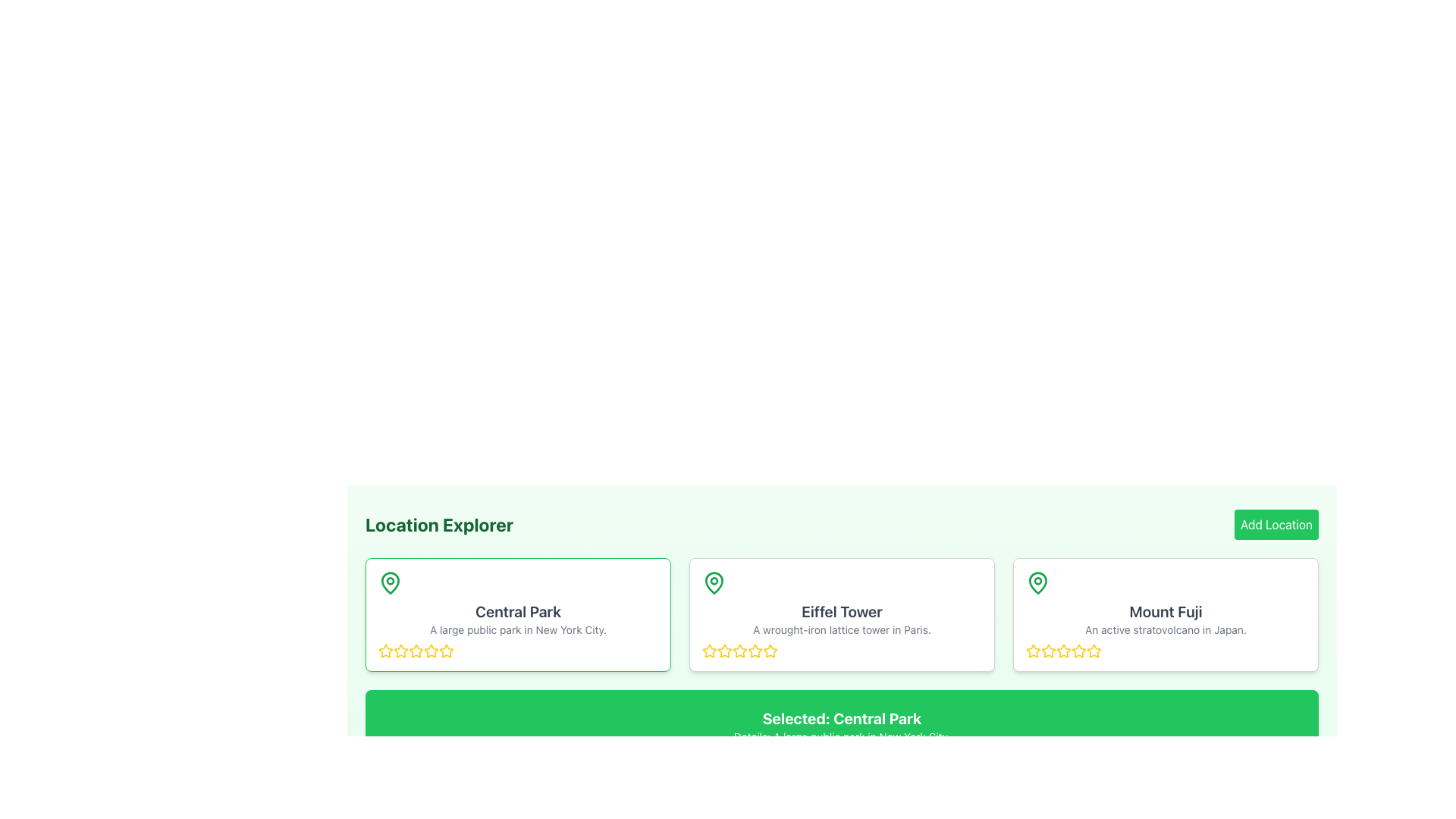  Describe the element at coordinates (1037, 582) in the screenshot. I see `the geographic significance icon located in the top left corner of the 'Mount Fuji' card, above the title text 'Mount Fuji'` at that location.